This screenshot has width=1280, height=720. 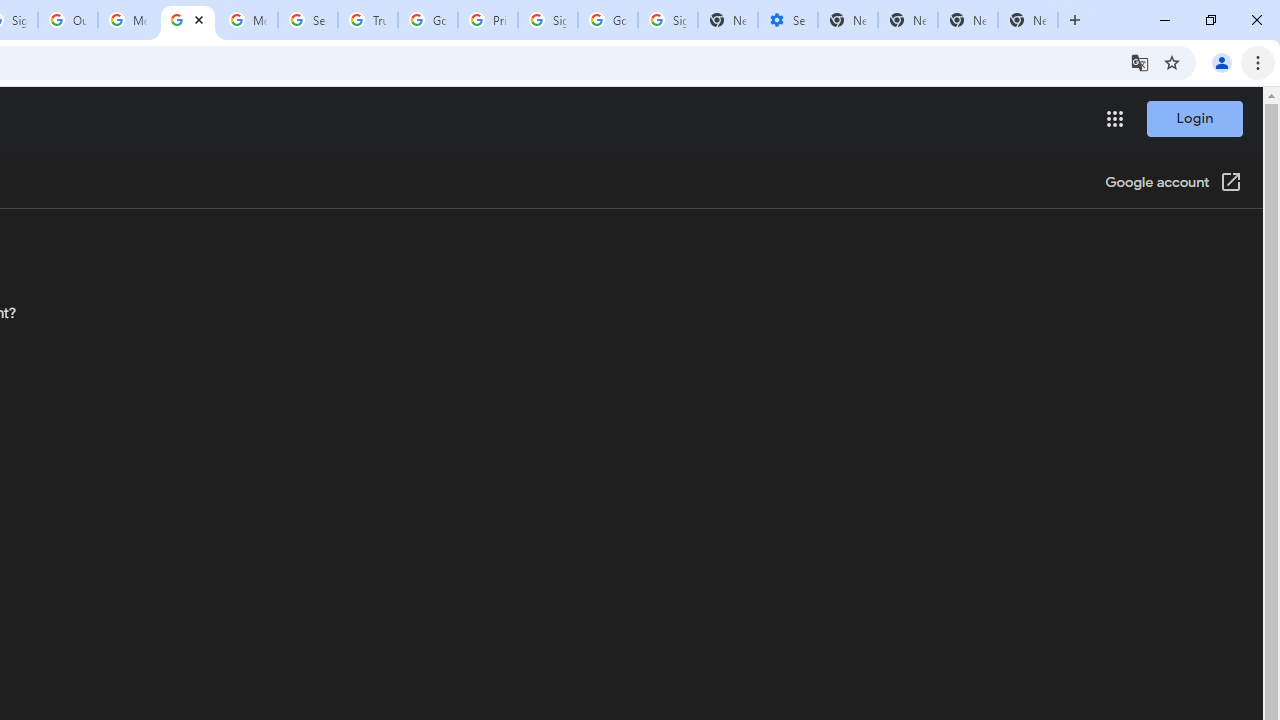 I want to click on 'New Tab', so click(x=1028, y=20).